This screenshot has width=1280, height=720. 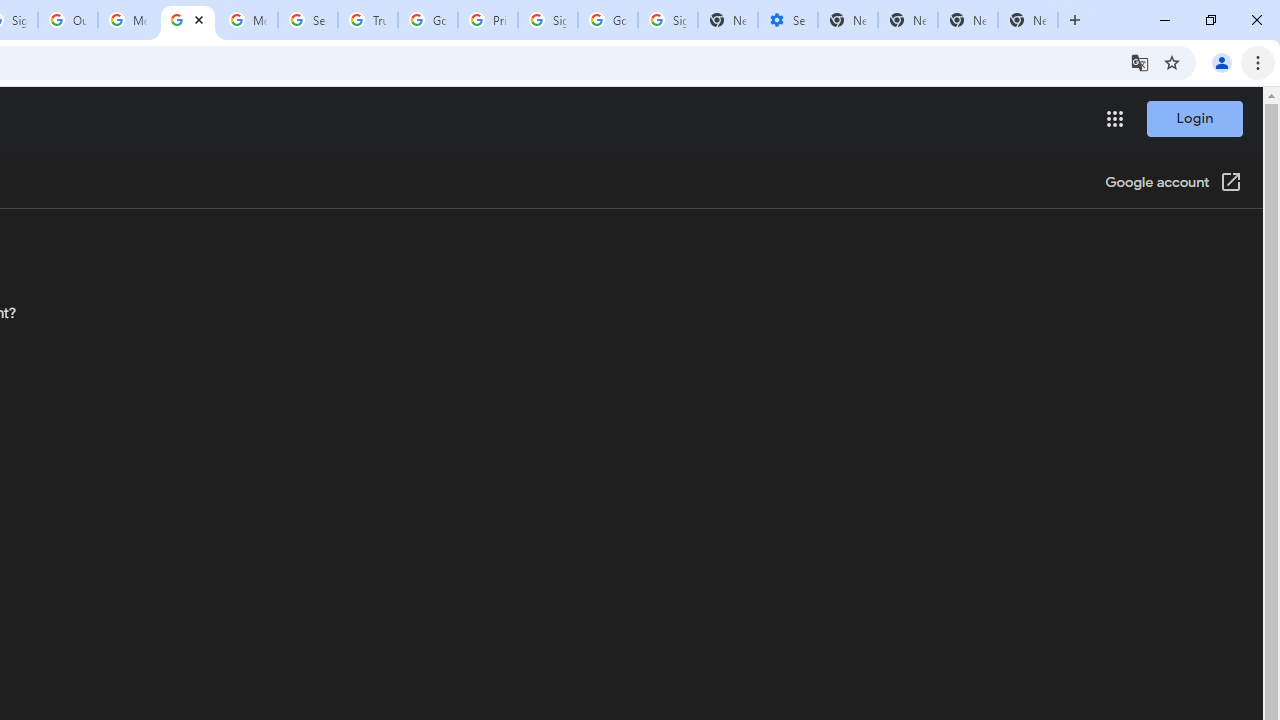 I want to click on 'New Tab', so click(x=1028, y=20).